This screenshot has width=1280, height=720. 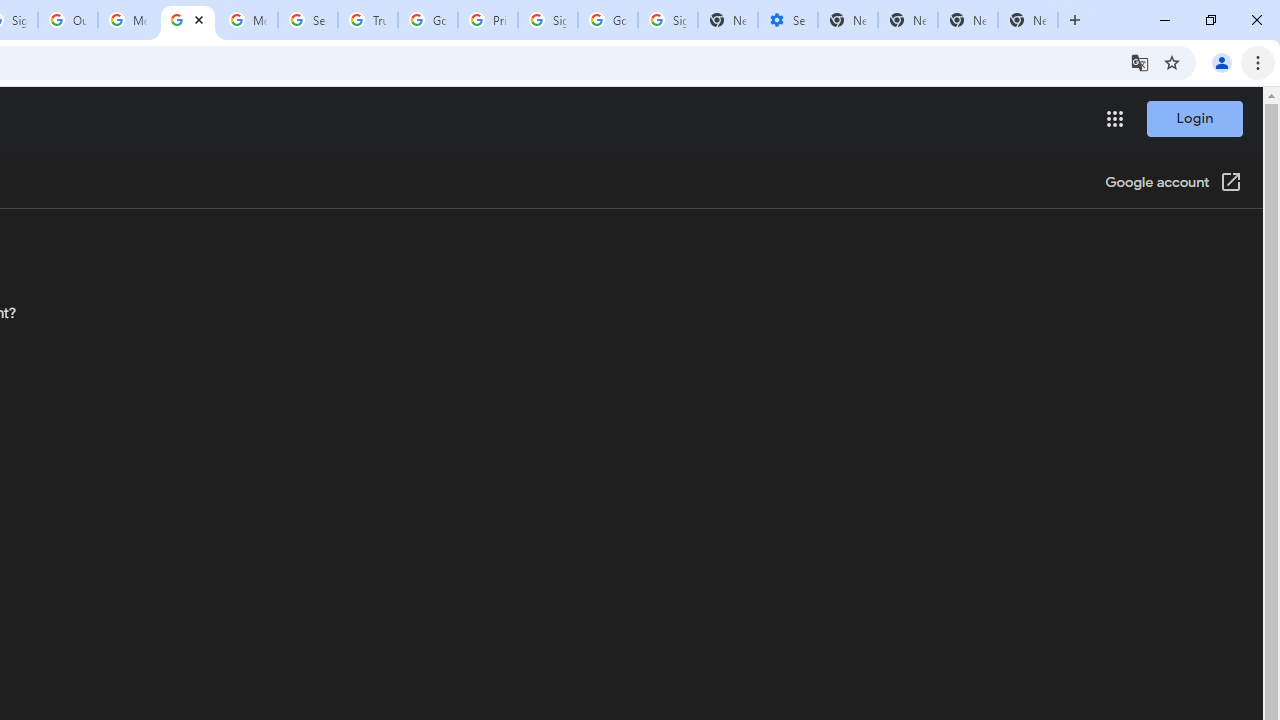 I want to click on 'New Tab', so click(x=1028, y=20).